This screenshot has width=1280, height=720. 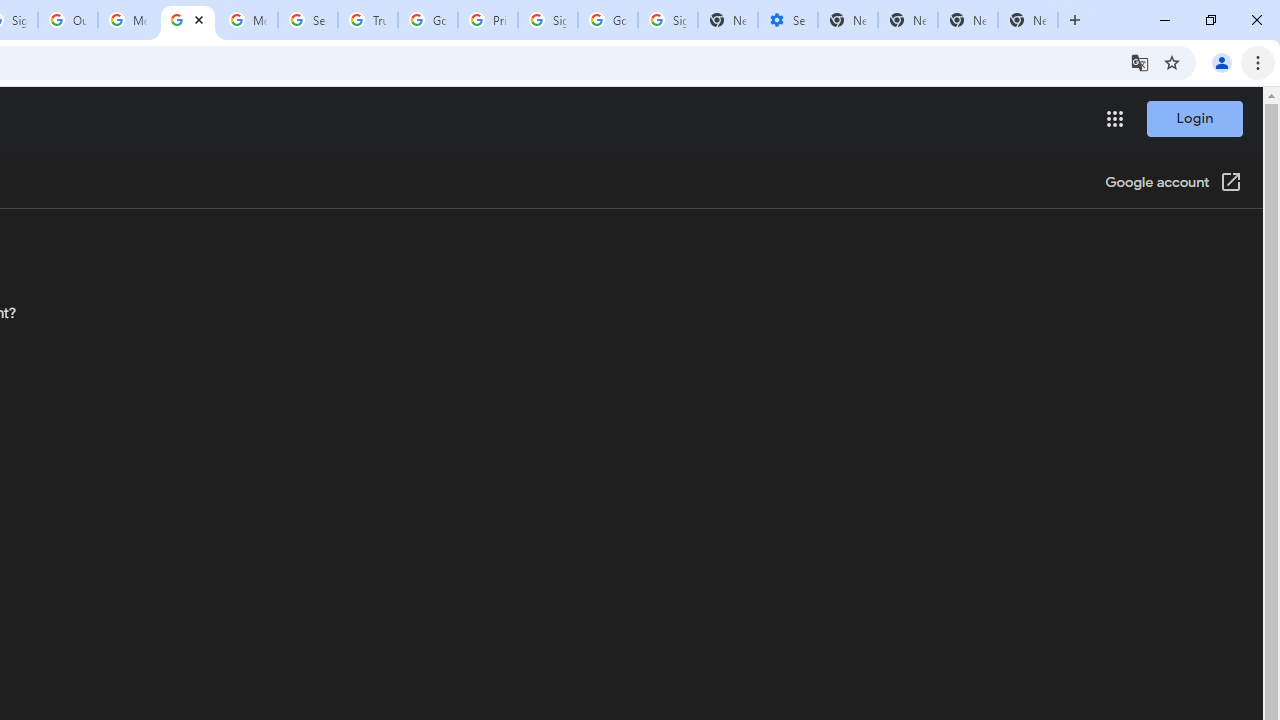 I want to click on 'New Tab', so click(x=1028, y=20).